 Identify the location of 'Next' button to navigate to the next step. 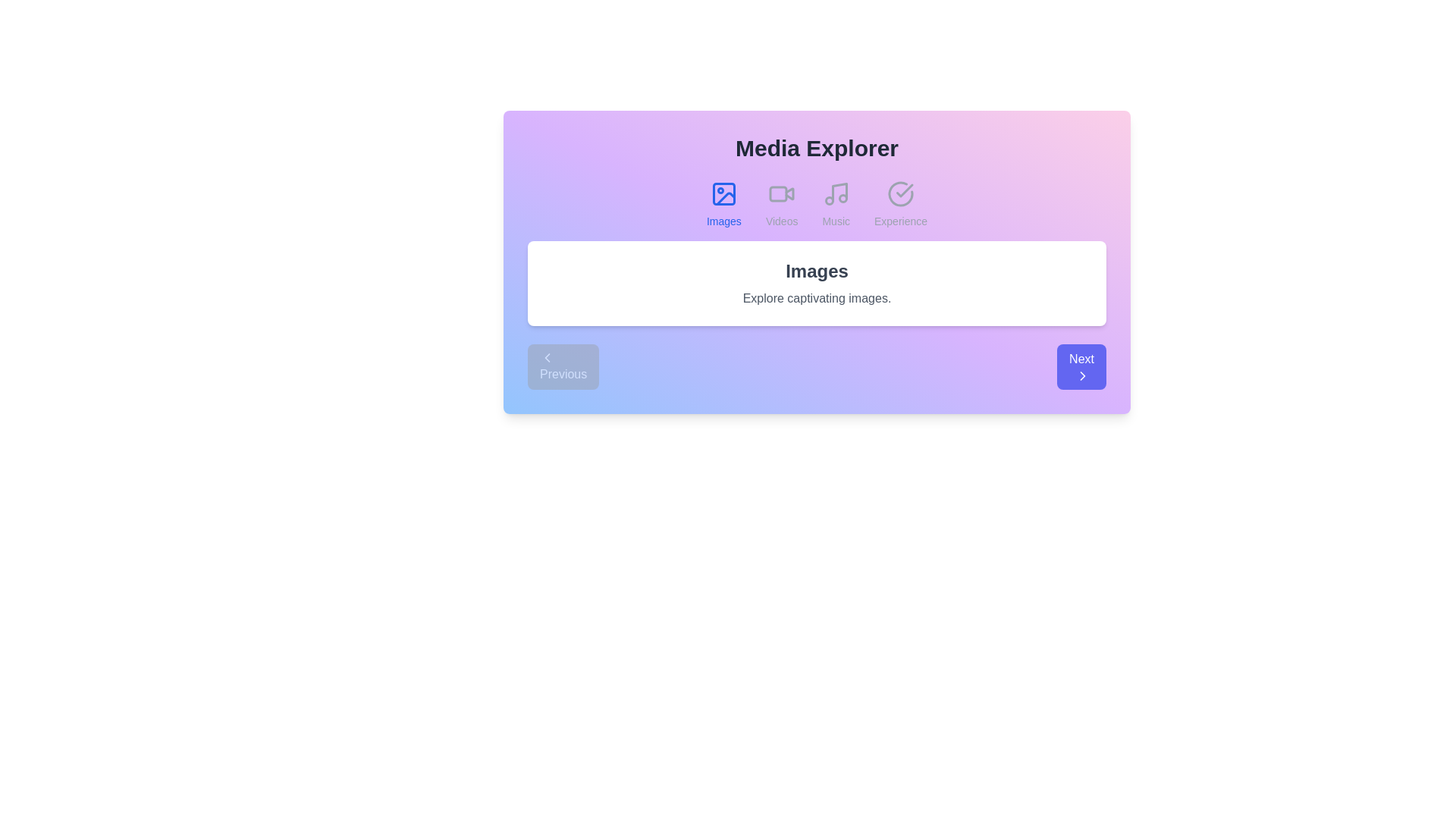
(1080, 366).